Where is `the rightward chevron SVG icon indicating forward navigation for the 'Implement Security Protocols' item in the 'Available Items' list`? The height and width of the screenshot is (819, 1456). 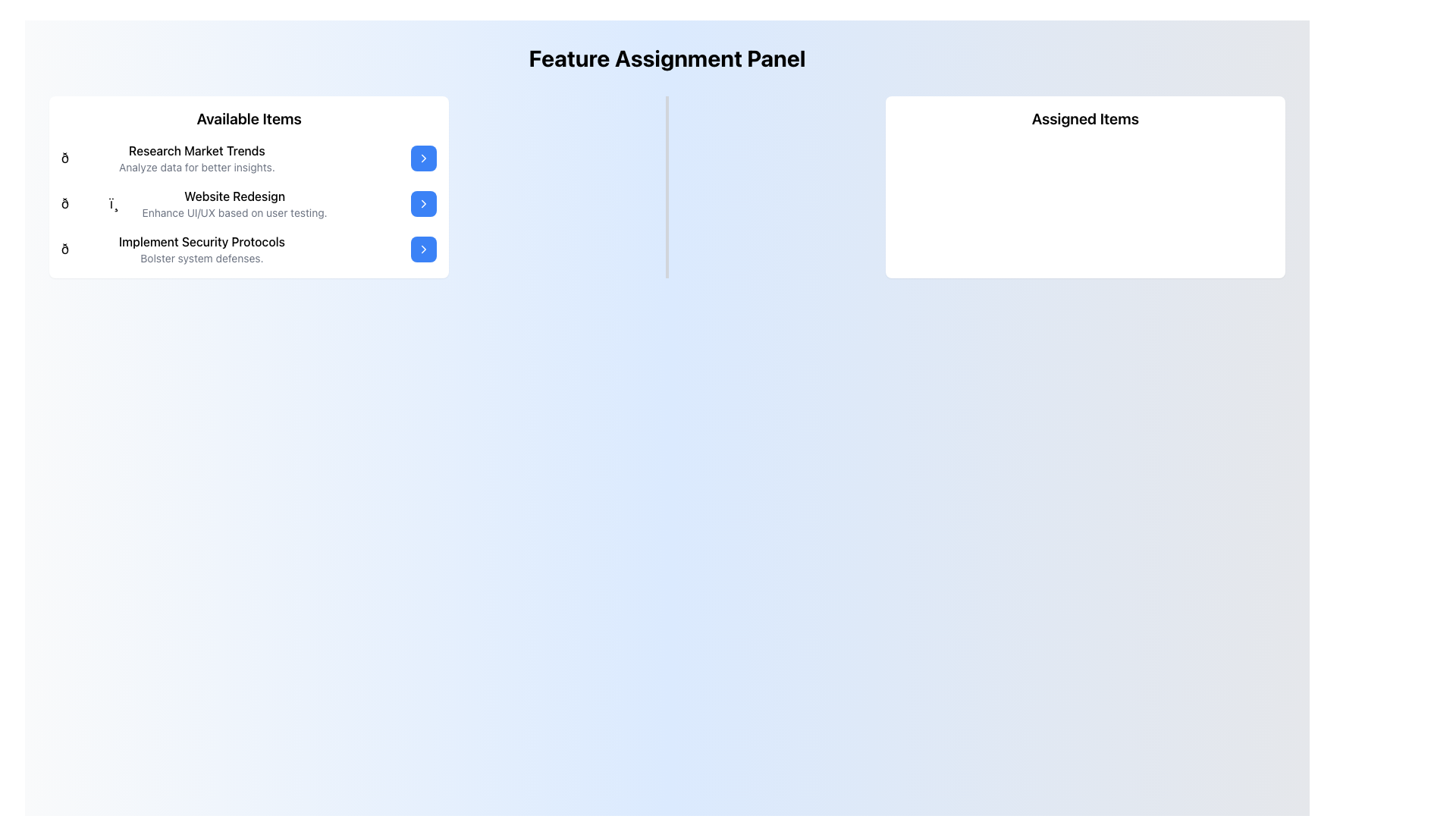
the rightward chevron SVG icon indicating forward navigation for the 'Implement Security Protocols' item in the 'Available Items' list is located at coordinates (424, 248).